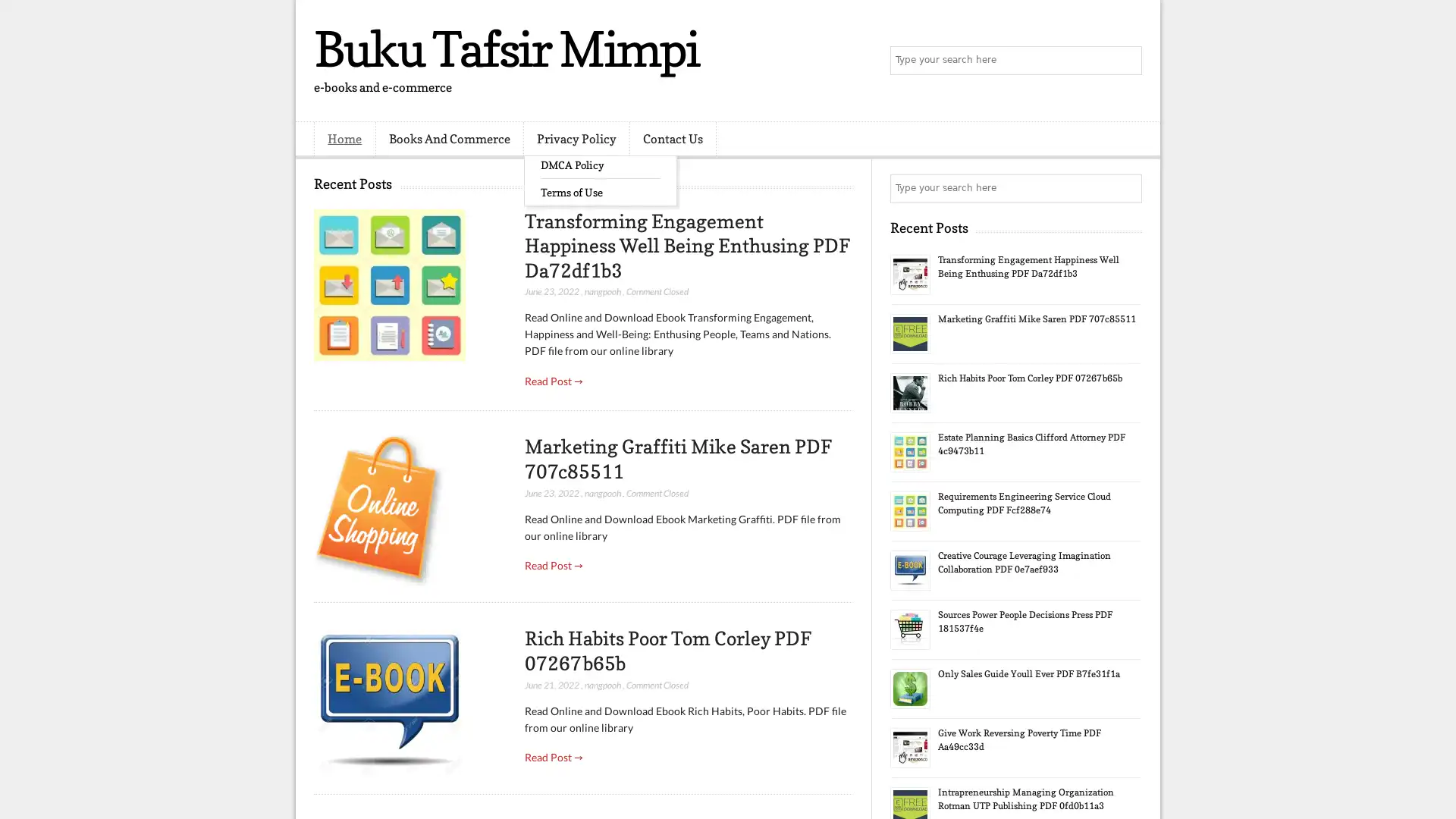 This screenshot has height=819, width=1456. Describe the element at coordinates (1126, 61) in the screenshot. I see `Search` at that location.